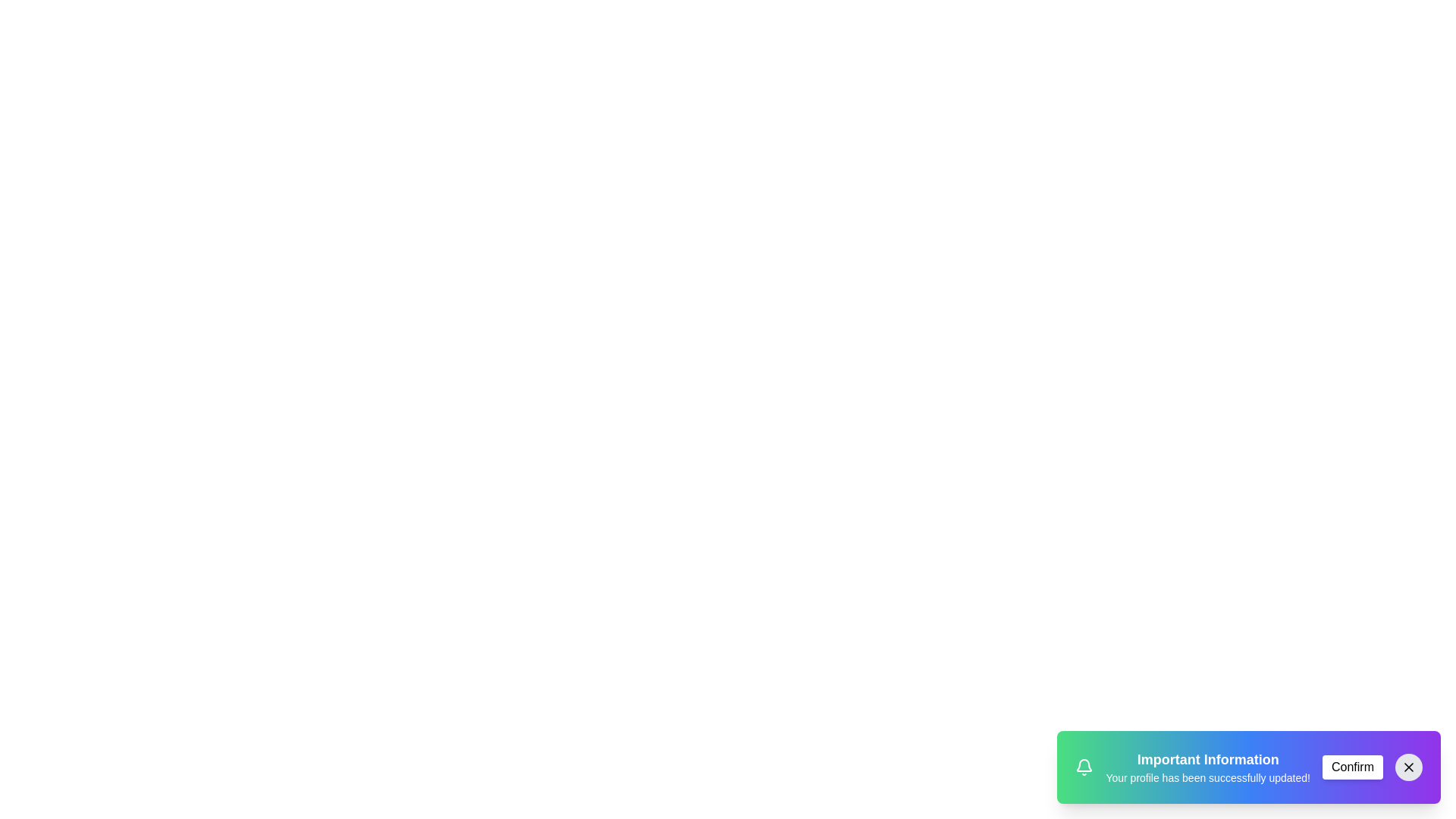 Image resolution: width=1456 pixels, height=819 pixels. Describe the element at coordinates (1353, 767) in the screenshot. I see `the 'Confirm' button to confirm the action` at that location.